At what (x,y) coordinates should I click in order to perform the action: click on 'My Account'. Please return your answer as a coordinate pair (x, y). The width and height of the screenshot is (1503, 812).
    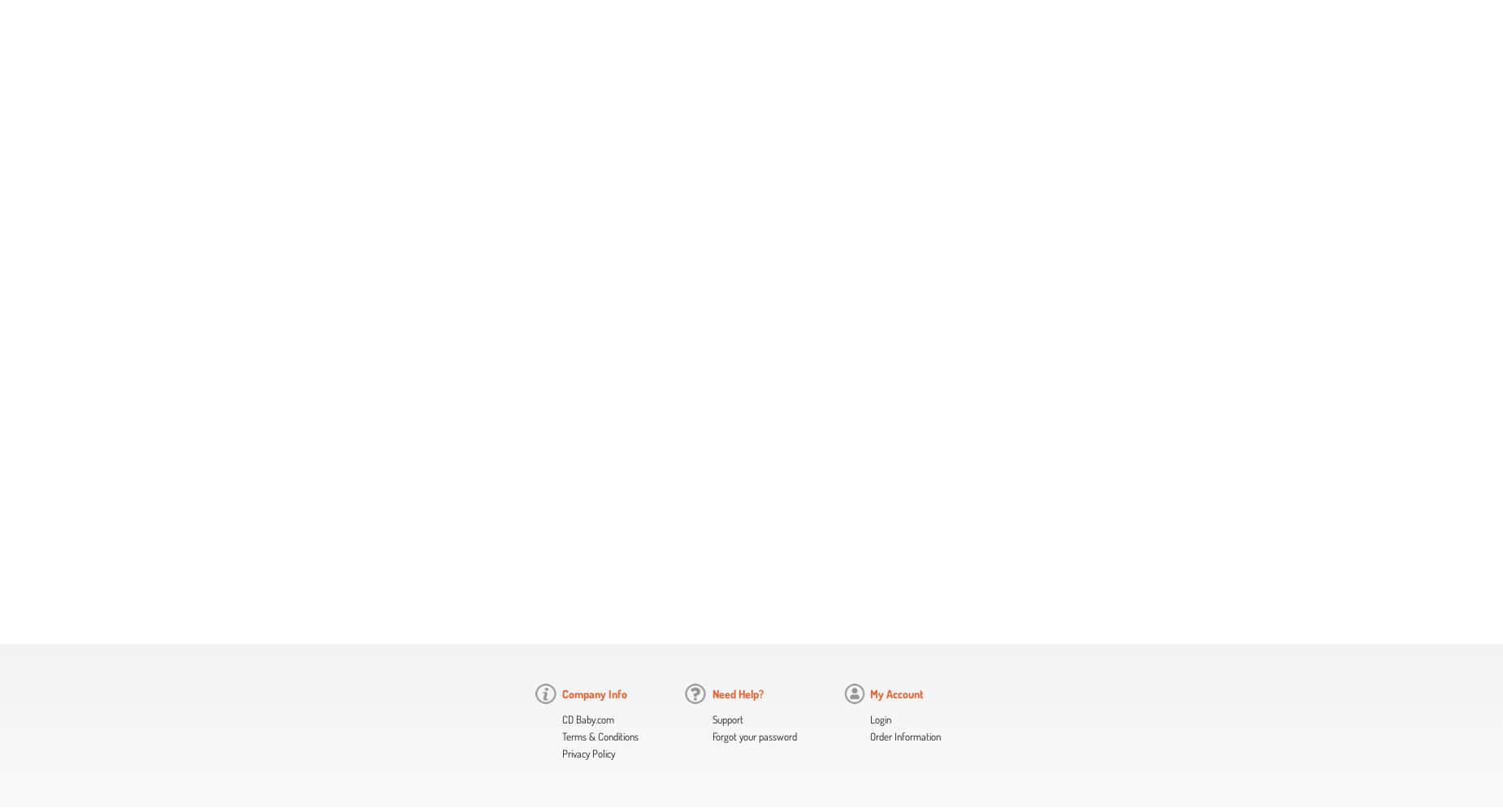
    Looking at the image, I should click on (896, 693).